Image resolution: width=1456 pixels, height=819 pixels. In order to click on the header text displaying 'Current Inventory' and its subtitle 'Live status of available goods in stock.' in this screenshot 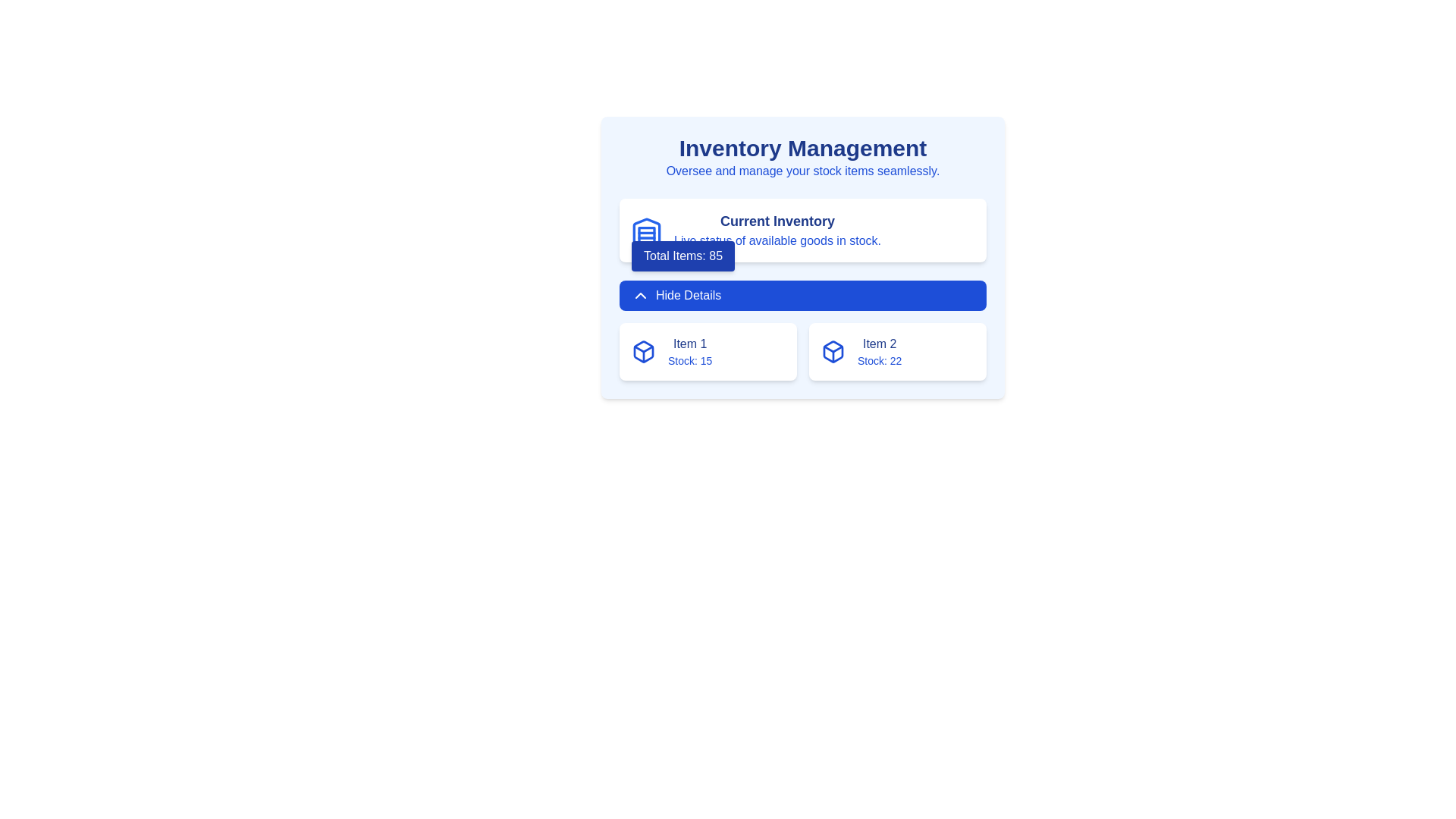, I will do `click(777, 231)`.